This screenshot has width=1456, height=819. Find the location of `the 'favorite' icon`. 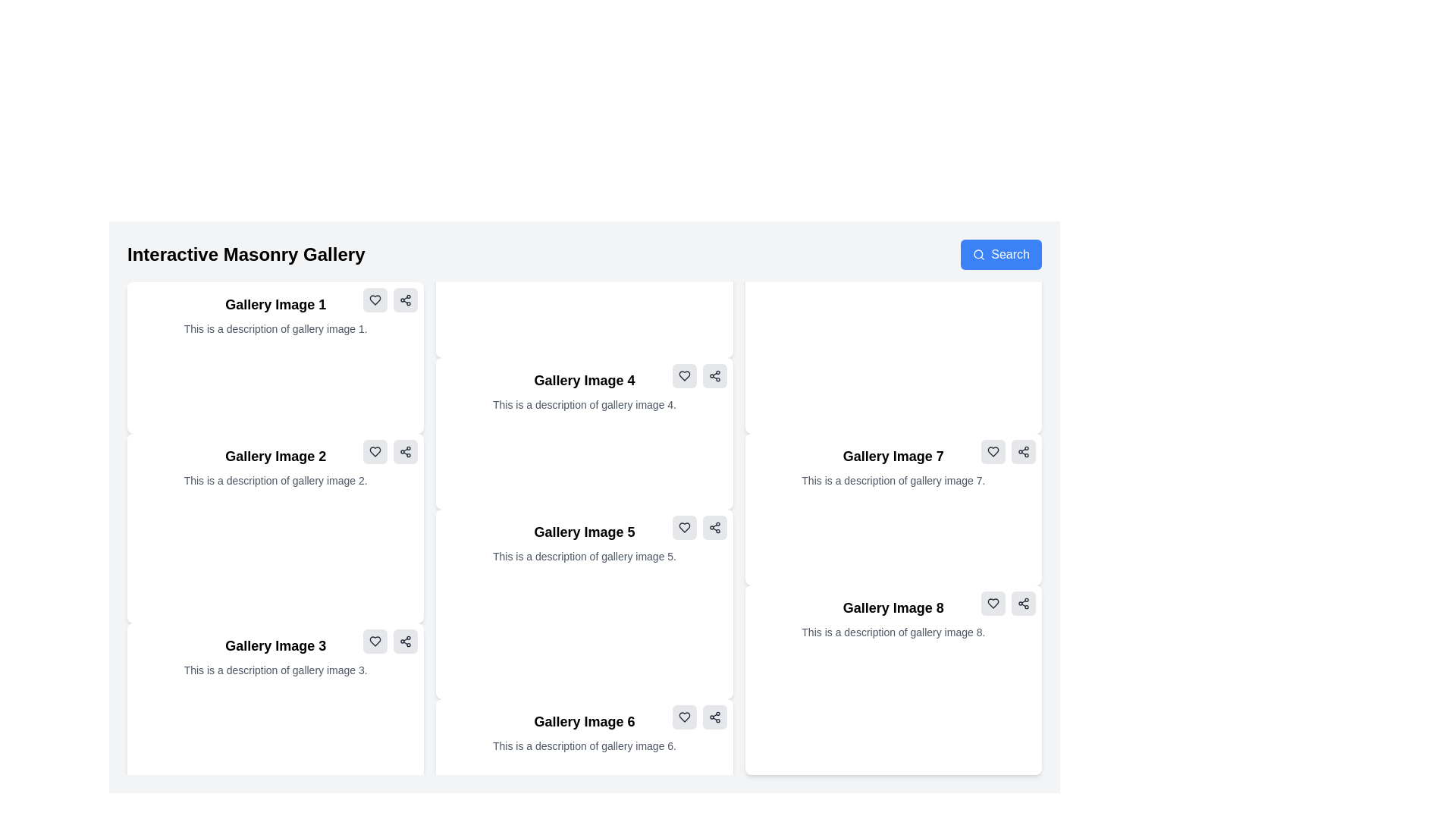

the 'favorite' icon is located at coordinates (375, 641).